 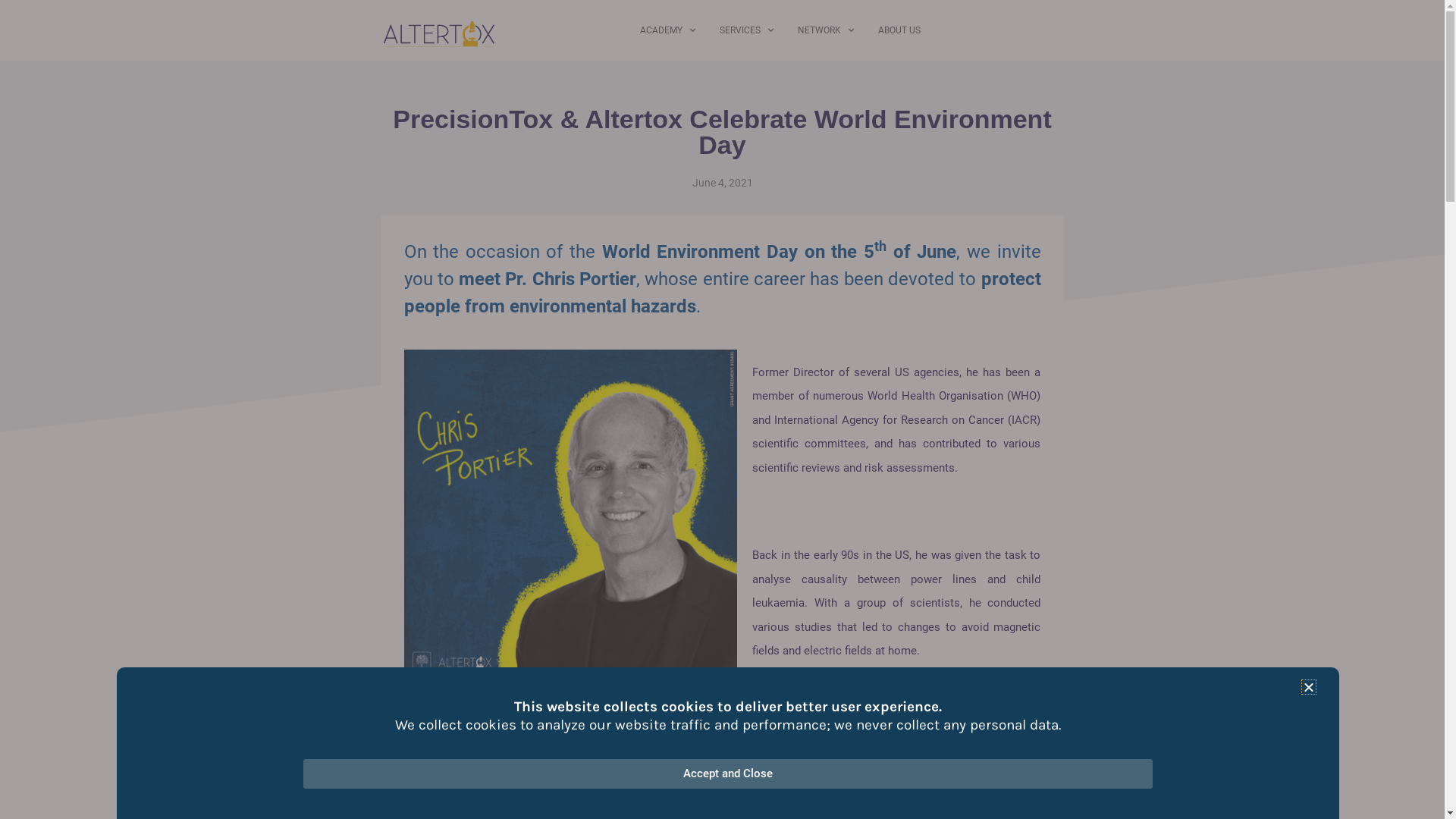 What do you see at coordinates (667, 30) in the screenshot?
I see `'ACADEMY'` at bounding box center [667, 30].